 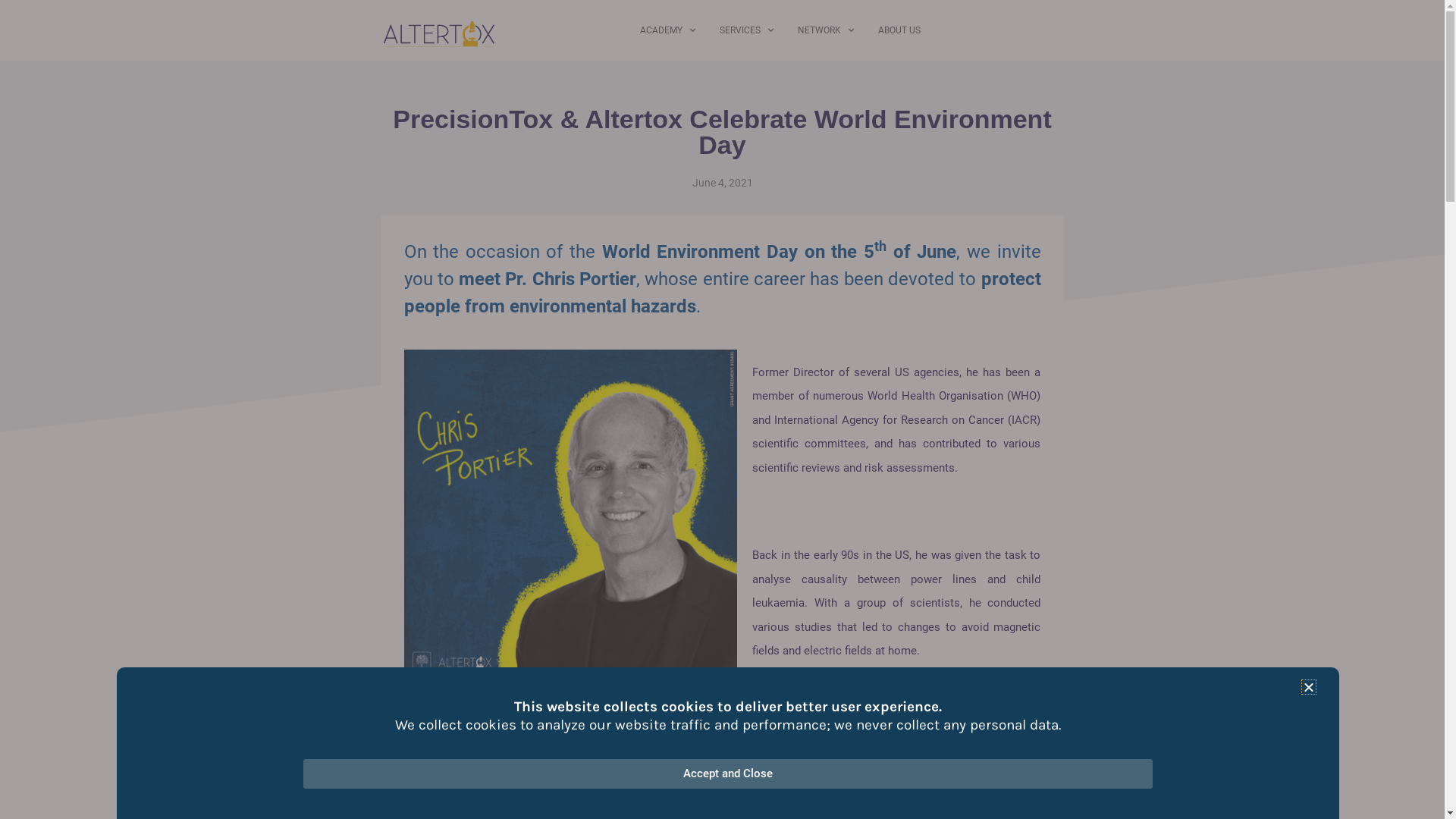 What do you see at coordinates (667, 30) in the screenshot?
I see `'ACADEMY'` at bounding box center [667, 30].